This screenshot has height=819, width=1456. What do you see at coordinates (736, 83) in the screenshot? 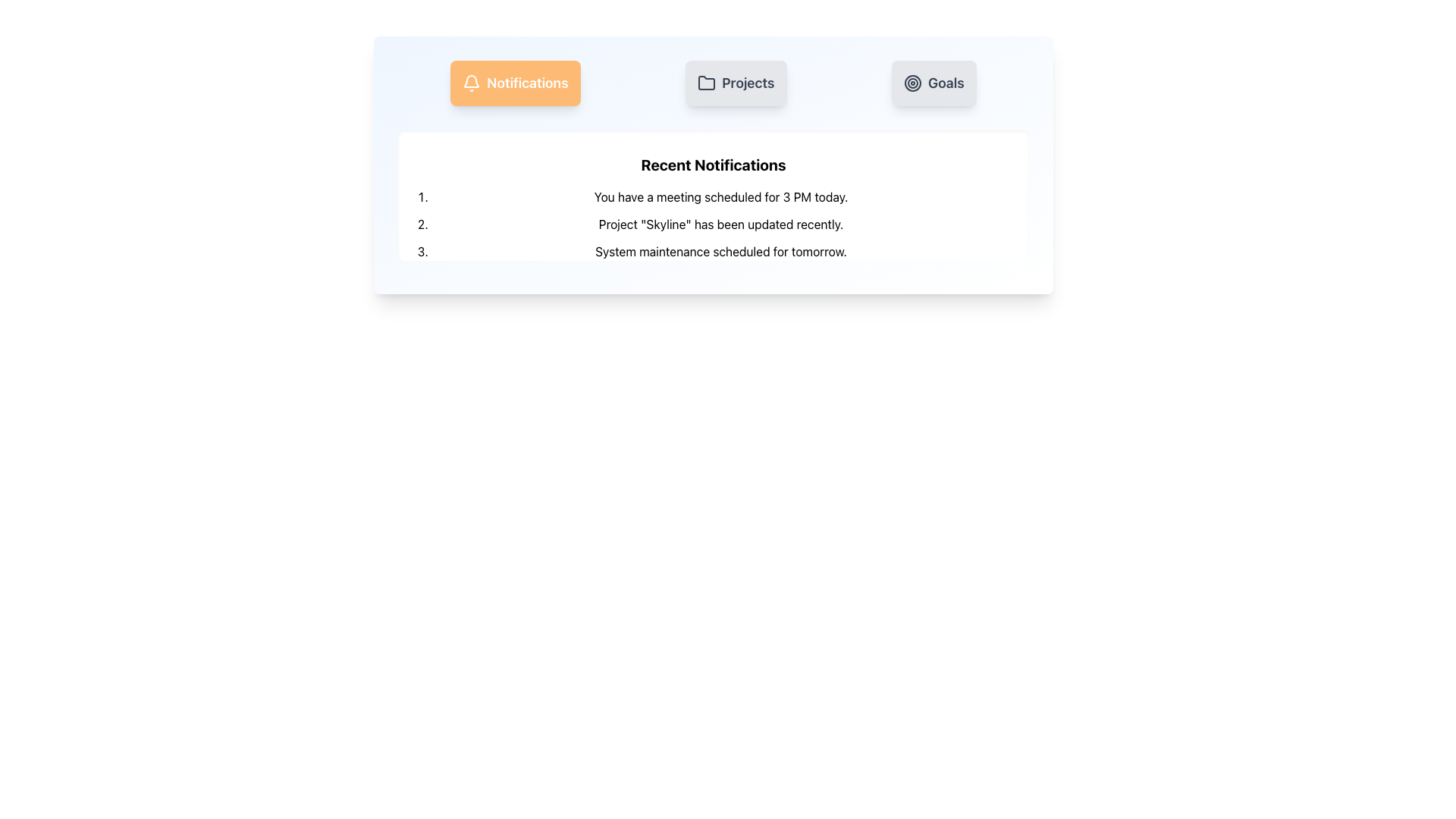
I see `the 'Projects' button, which is the second button in a horizontal row of three, to observe its hover-specific styling effects` at bounding box center [736, 83].